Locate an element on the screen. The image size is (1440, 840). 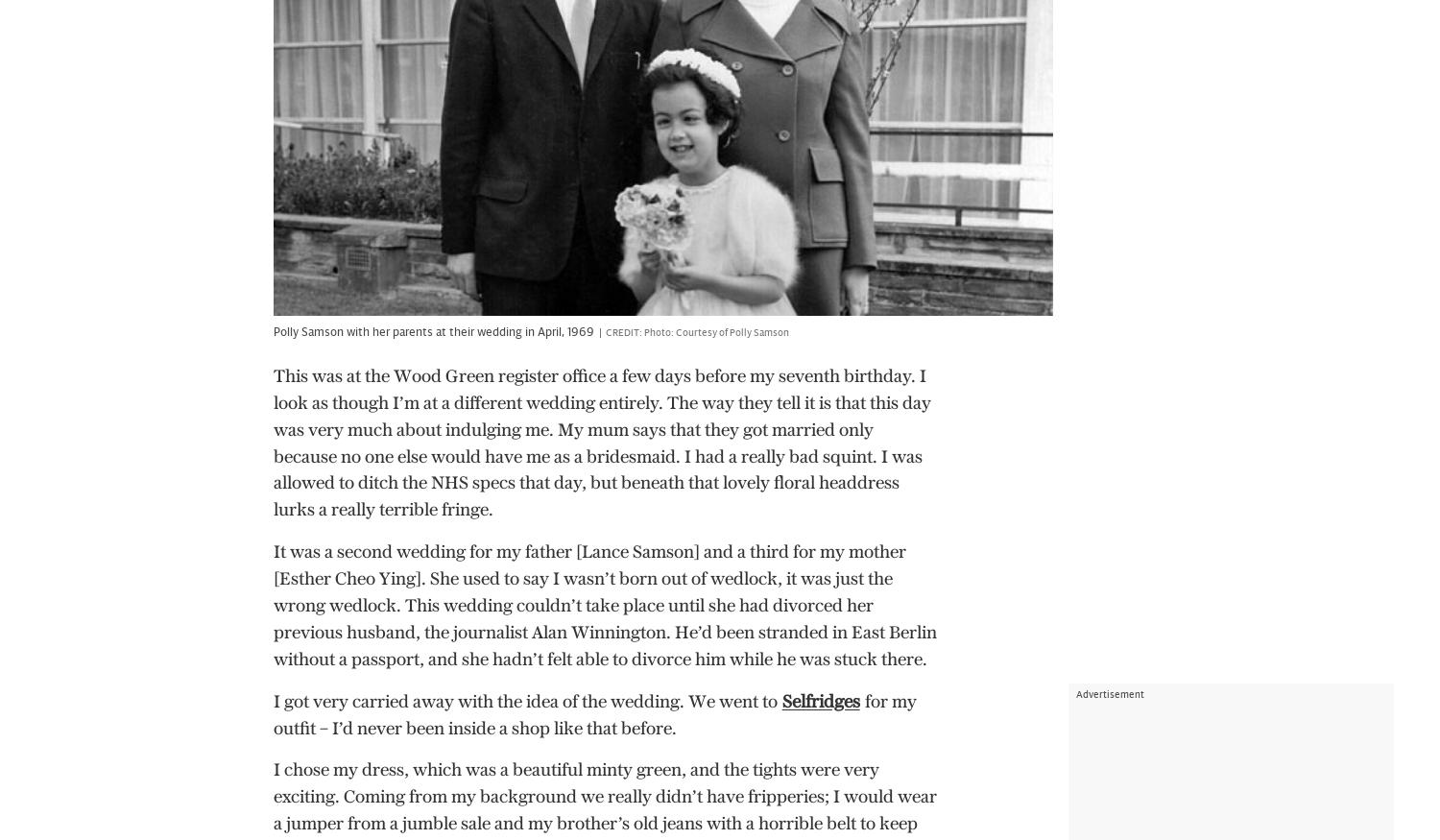
'Modern Slavery' is located at coordinates (333, 672).